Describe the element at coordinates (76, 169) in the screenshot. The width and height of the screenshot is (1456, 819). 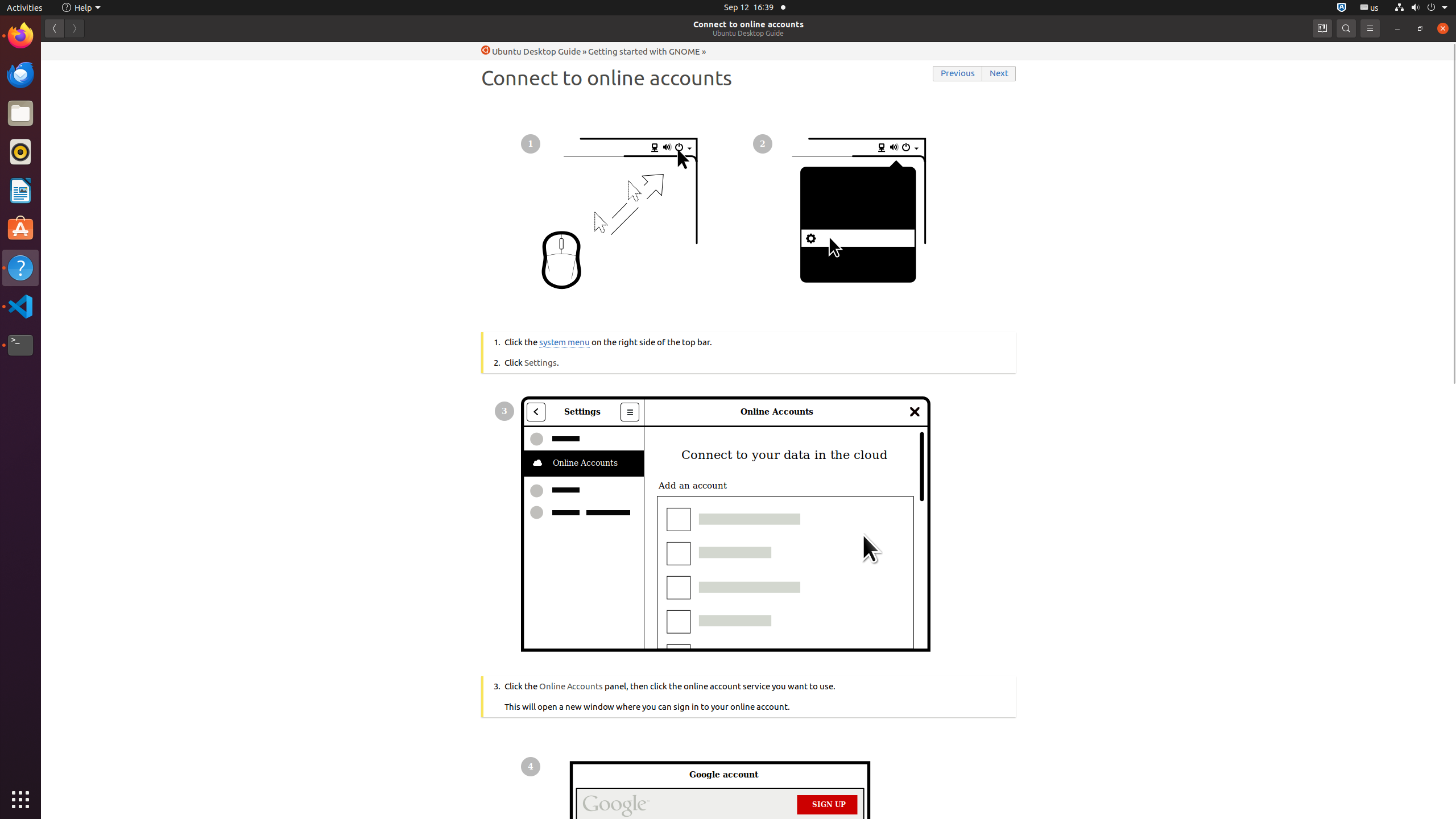
I see `'IsaHelpMain.desktop'` at that location.